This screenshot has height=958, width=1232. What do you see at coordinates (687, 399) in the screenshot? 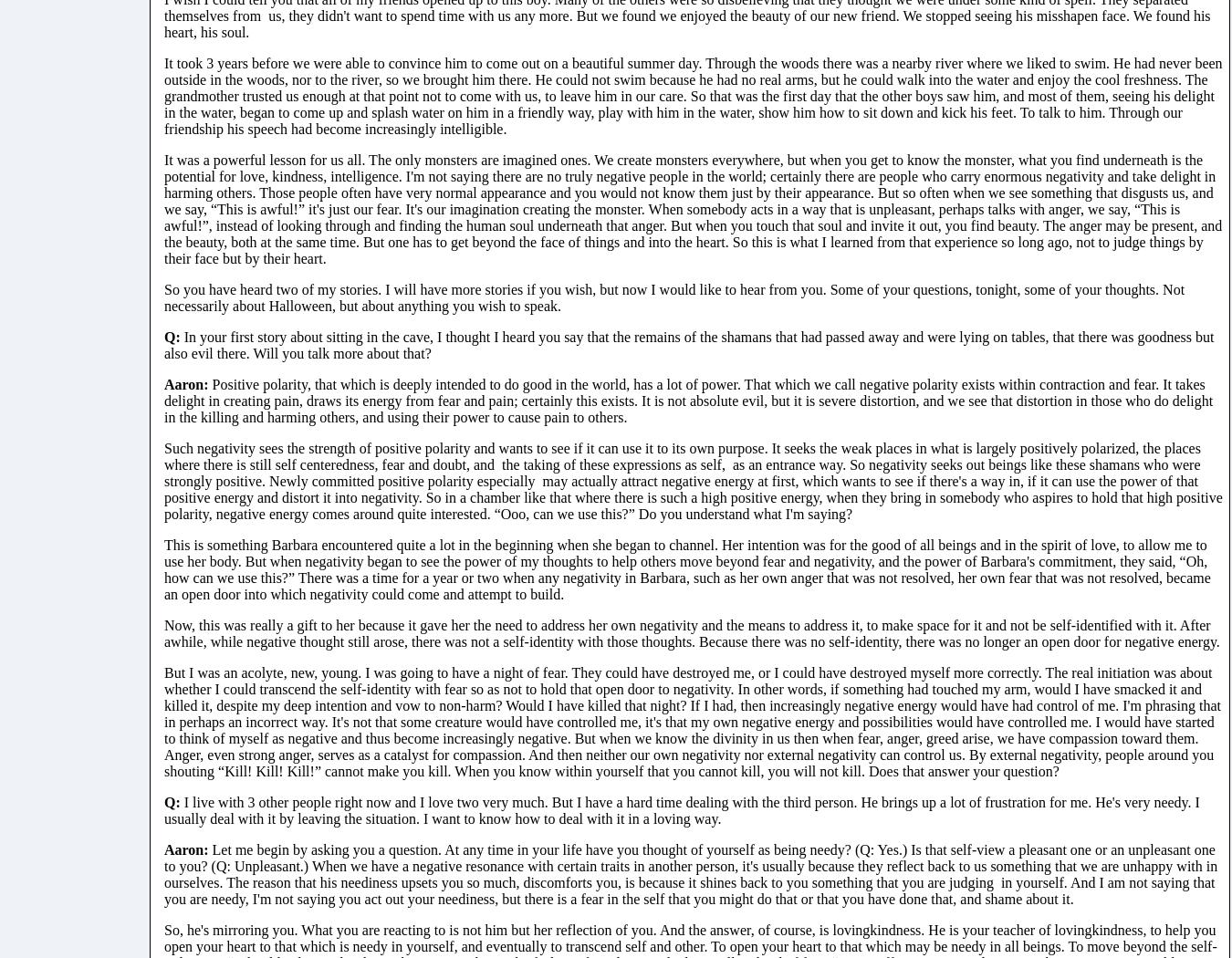
I see `'Positive polarity, that which is deeply intended to do good in the world, has a lot of power. That which we call negative polarity exists within contraction and fear. It takes delight in creating pain, draws its energy from fear and pain; certainly this exists. It is not absolute evil, but it is severe distortion, and we see that distortion in those who do delight in the killing and harming others, and using their power to cause pain to others.'` at bounding box center [687, 399].